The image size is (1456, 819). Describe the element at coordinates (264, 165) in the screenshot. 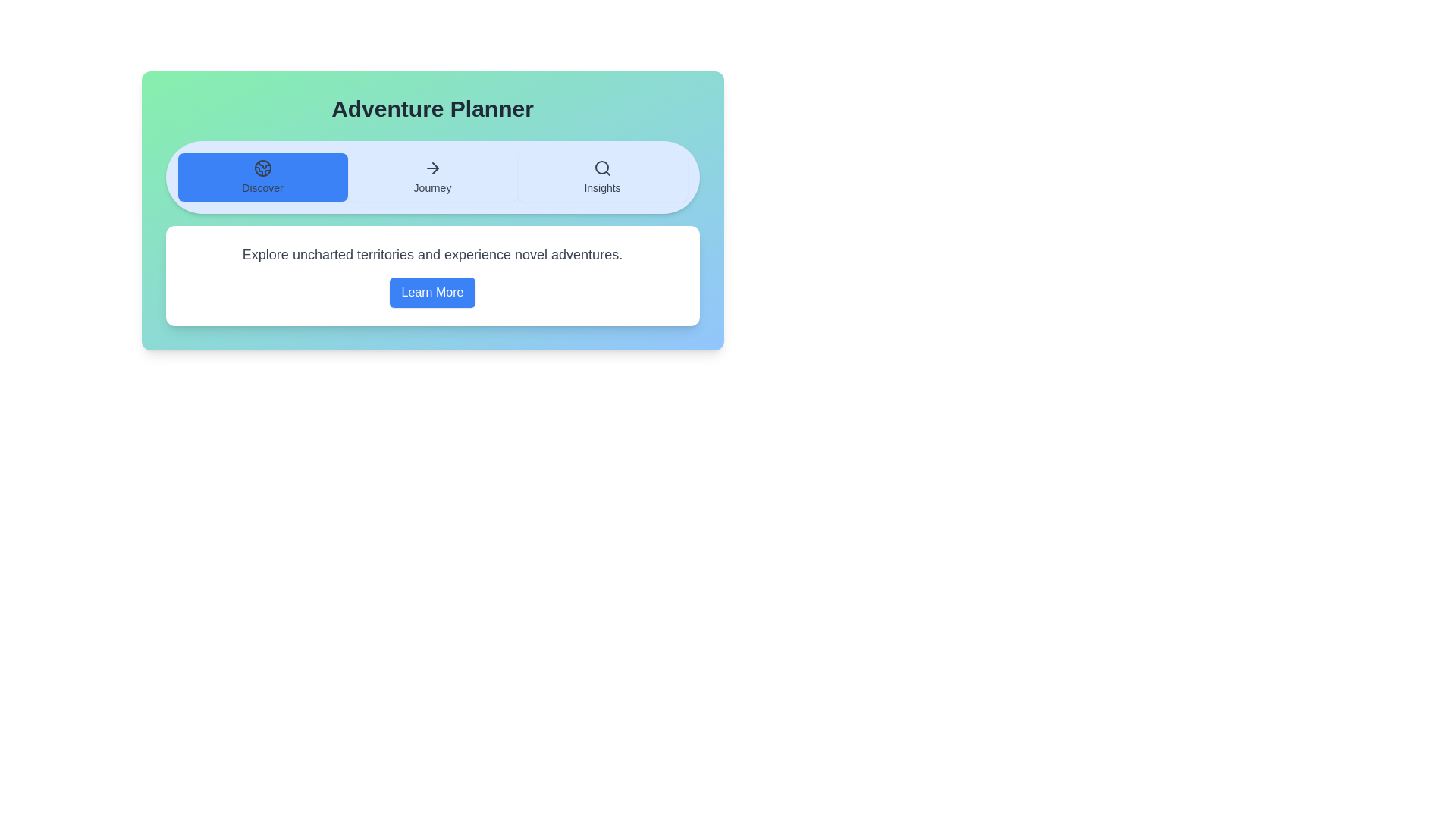

I see `the small graphical icon resembling an abstract representation of the Earth, located within the upper center portion of the blue button labeled 'Discover'` at that location.